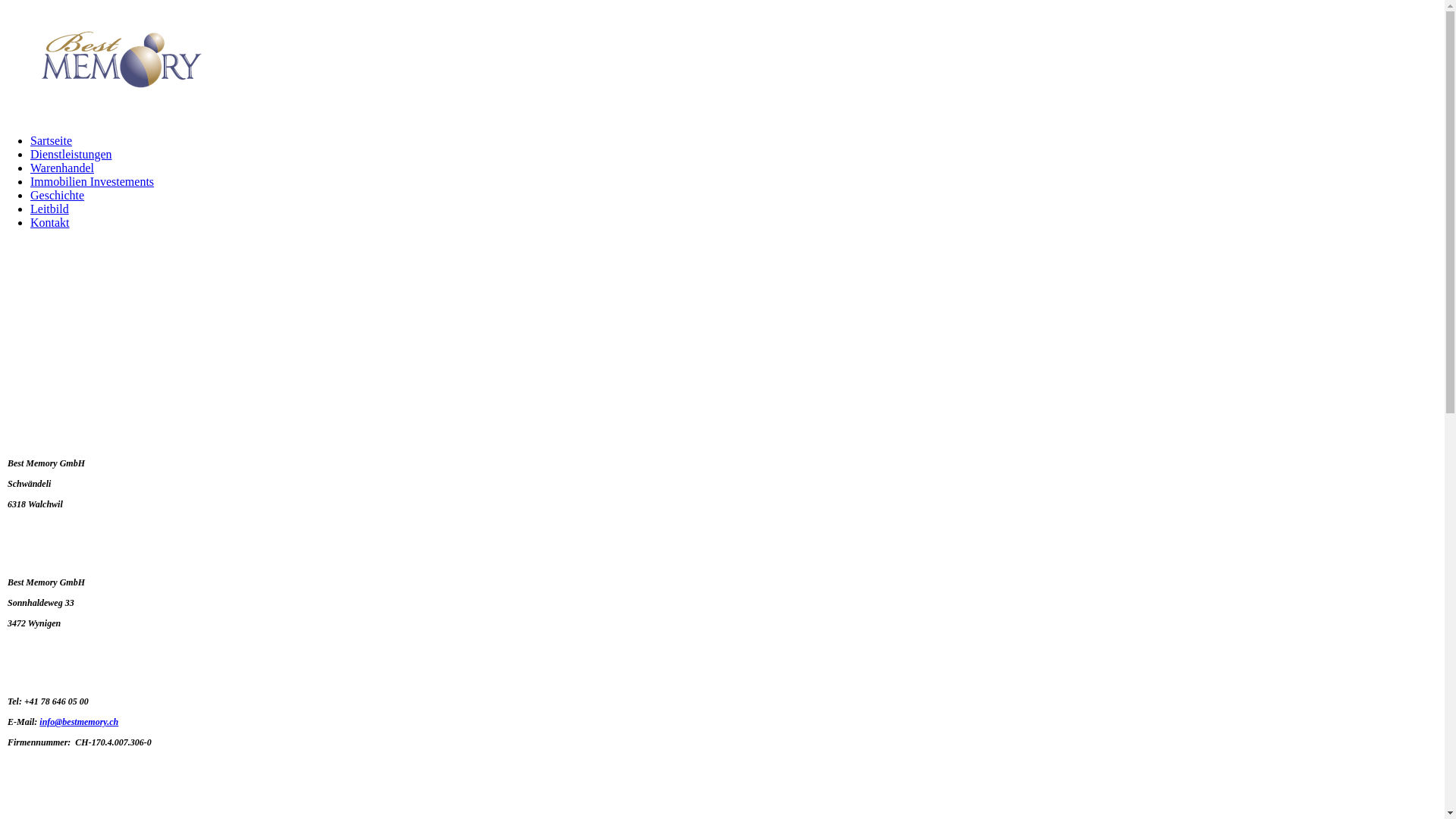 The image size is (1456, 819). What do you see at coordinates (39, 721) in the screenshot?
I see `'info@bestmemory.ch'` at bounding box center [39, 721].